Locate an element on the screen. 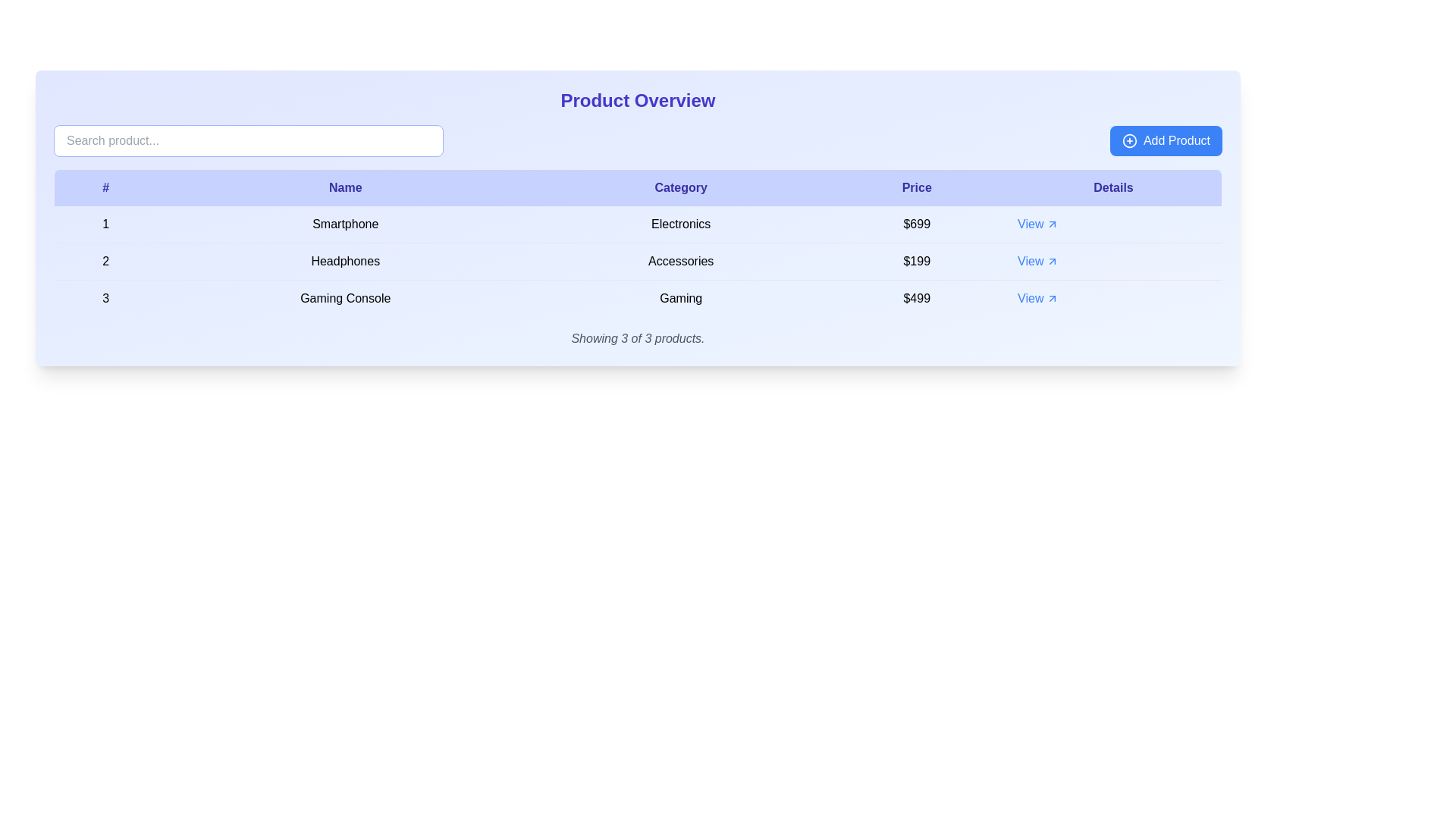 The image size is (1456, 819). the text label displaying 'Headphones', which is located in the second row of the table under the column labeled 'Name' is located at coordinates (344, 260).